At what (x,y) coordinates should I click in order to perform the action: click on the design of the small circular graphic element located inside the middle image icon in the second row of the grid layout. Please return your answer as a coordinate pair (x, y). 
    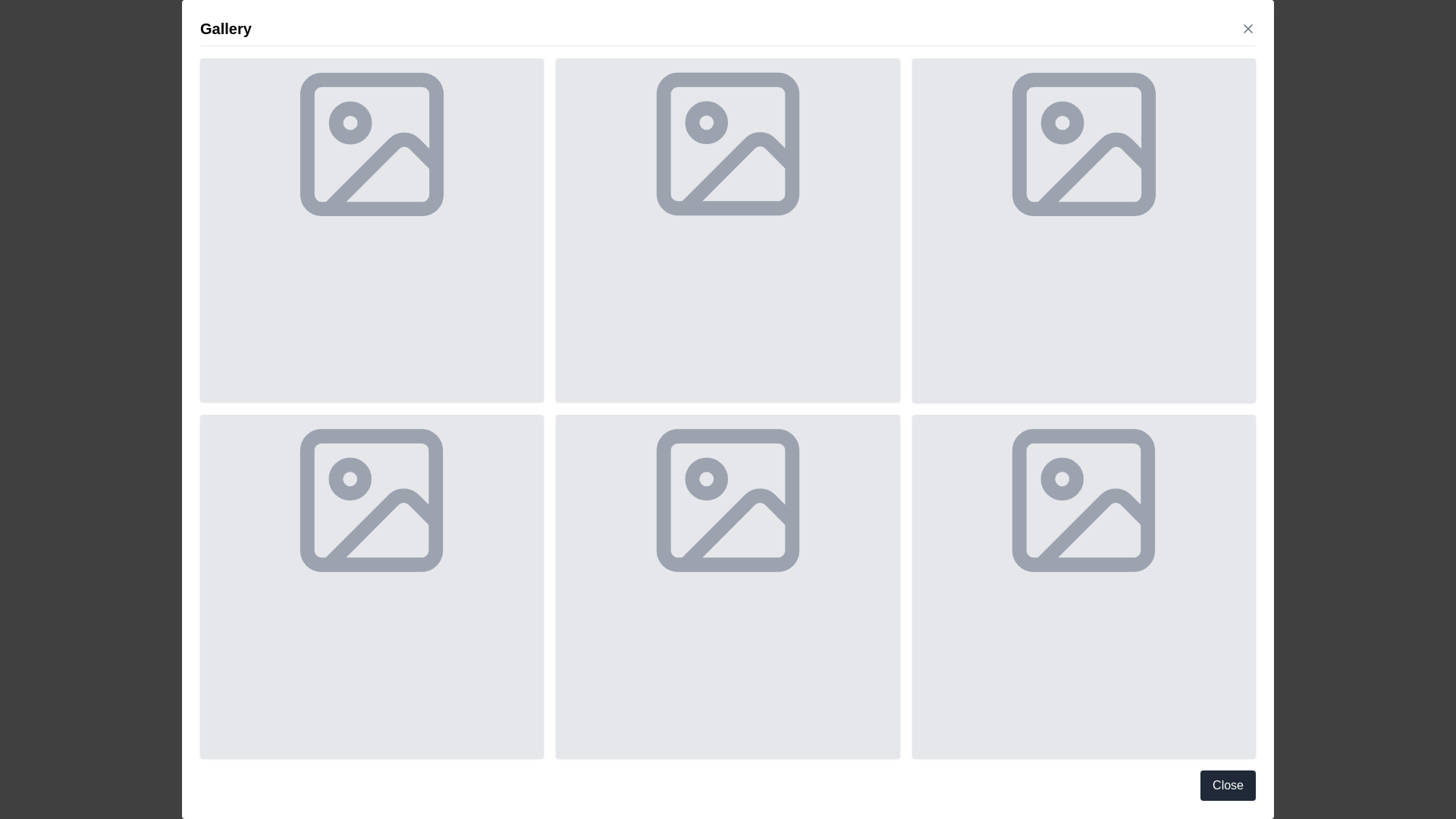
    Looking at the image, I should click on (705, 479).